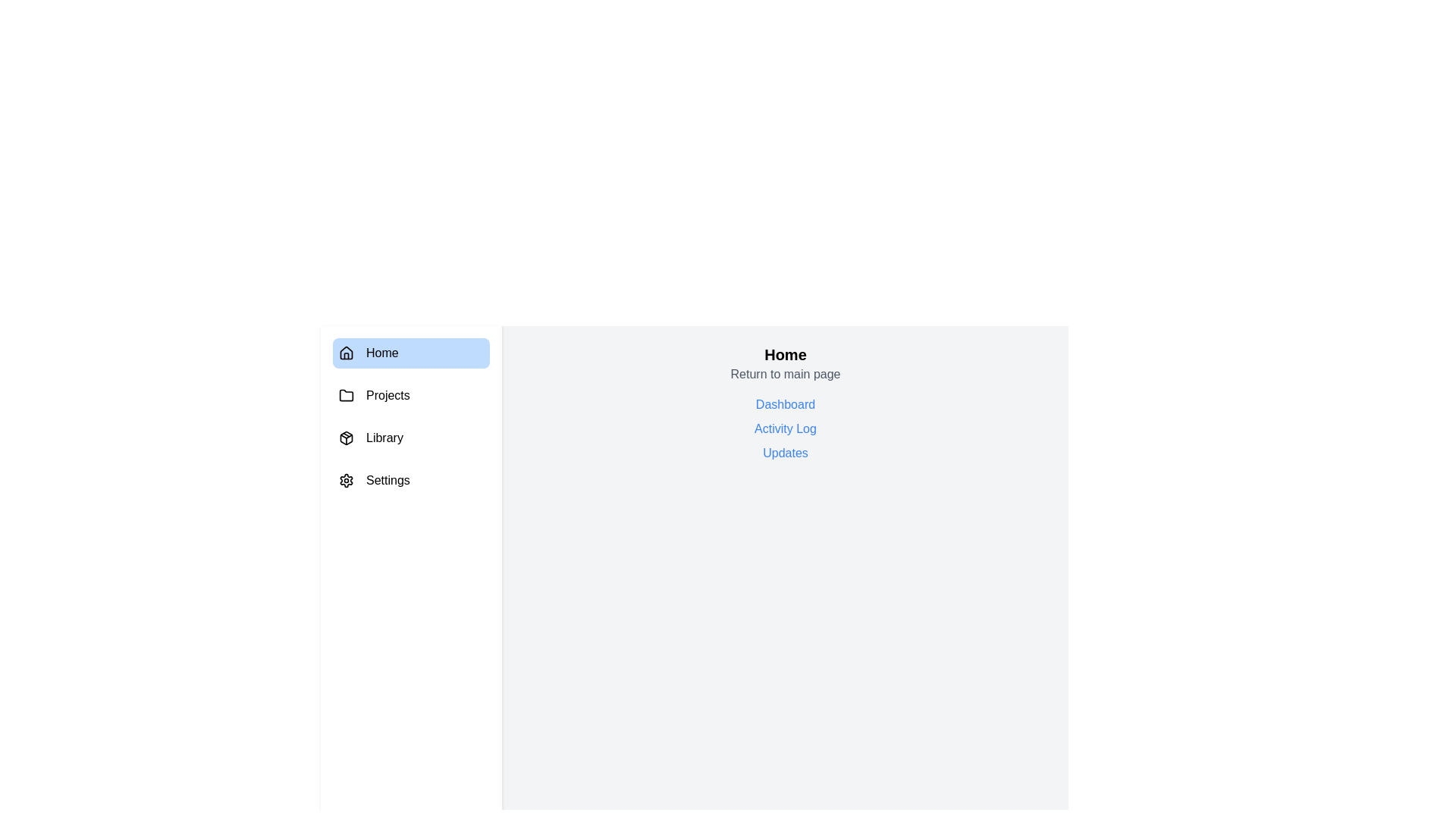 The height and width of the screenshot is (819, 1456). I want to click on the 'Library' icon located to the left of the 'Library' text in the navigation menu, so click(345, 438).